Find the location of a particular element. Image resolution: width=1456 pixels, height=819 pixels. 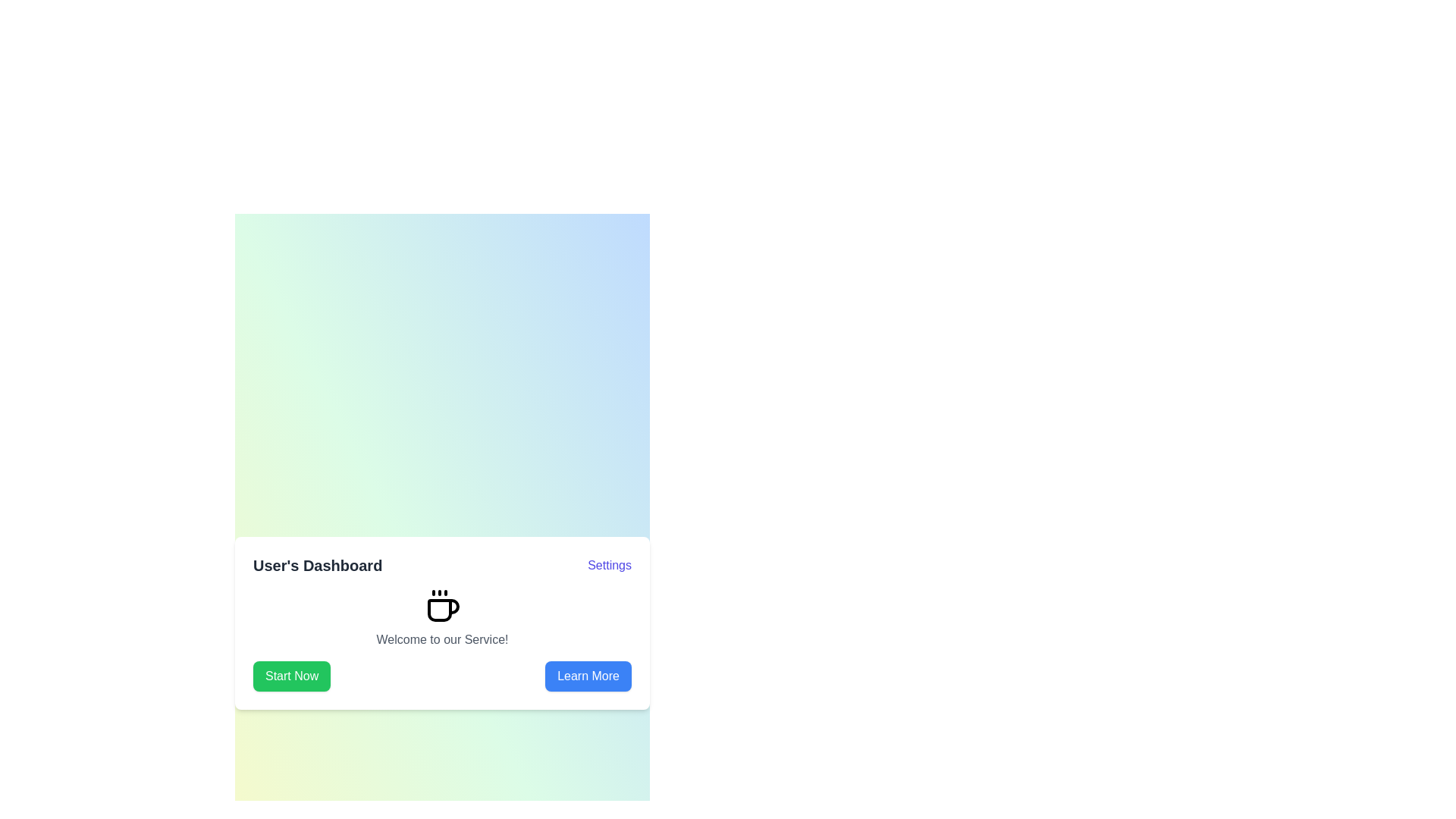

the non-interactive heading or title element that indicates the current section of the dashboard interface is located at coordinates (317, 565).